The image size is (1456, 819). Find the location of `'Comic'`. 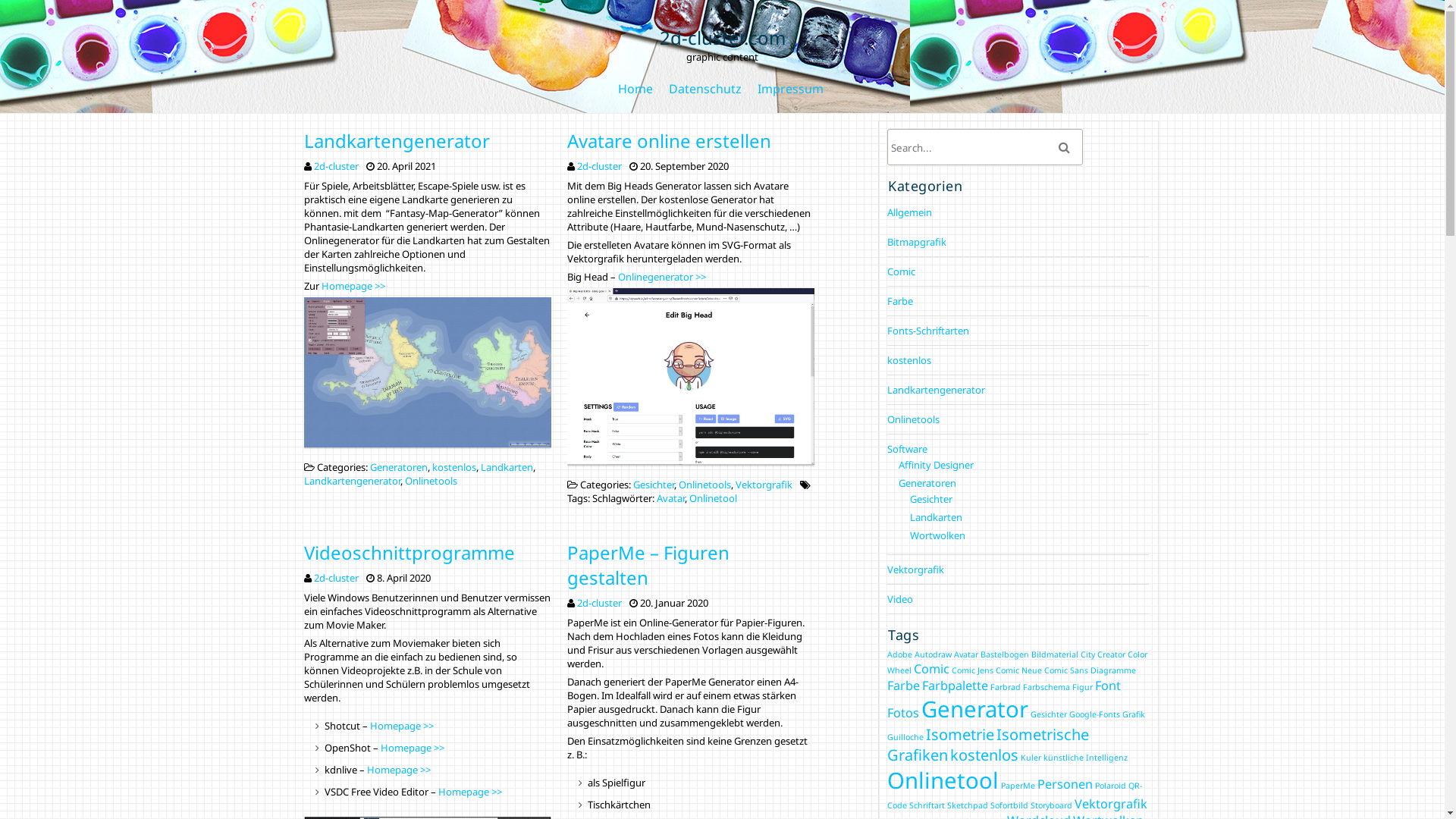

'Comic' is located at coordinates (901, 271).